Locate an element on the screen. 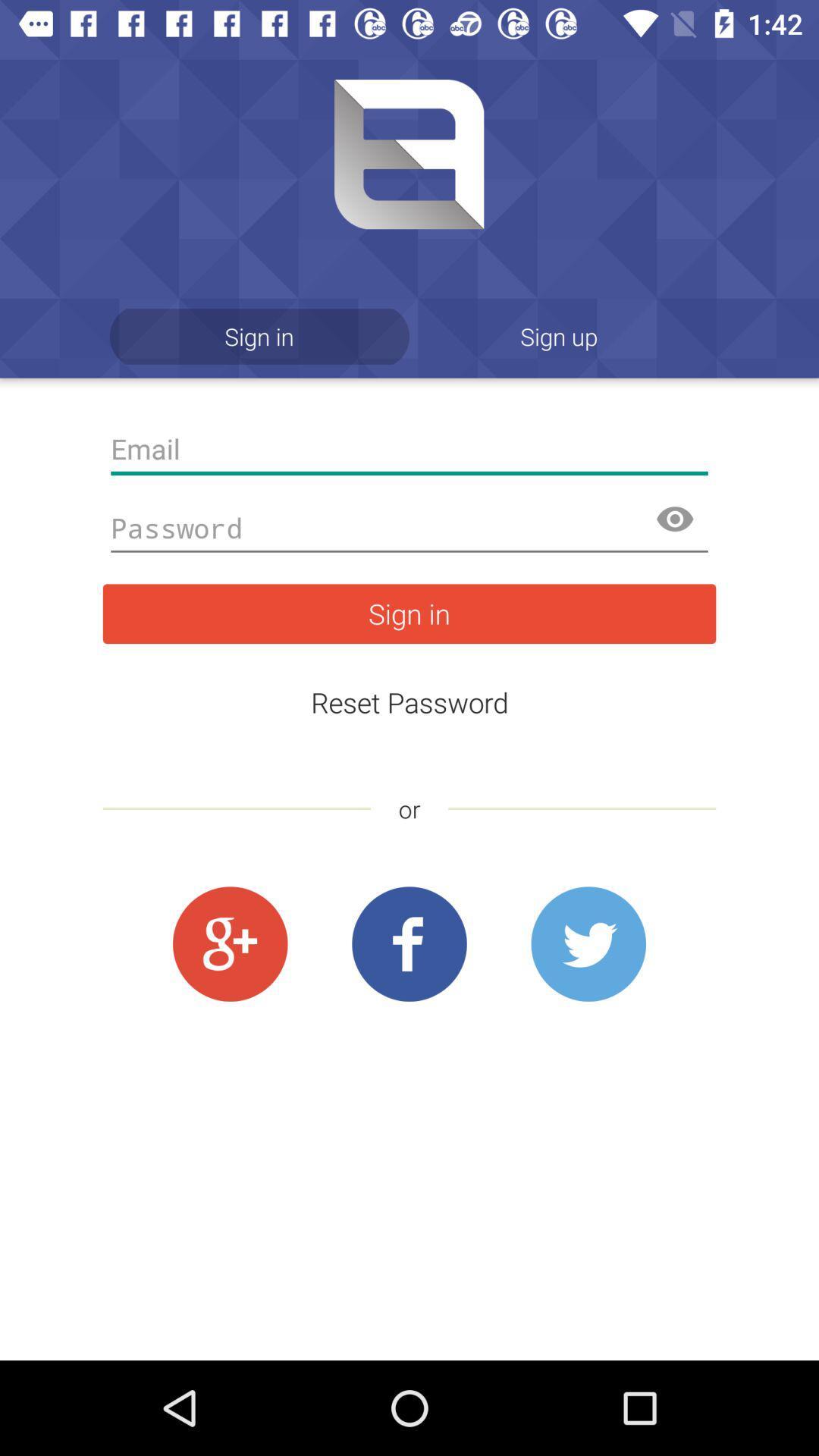 The height and width of the screenshot is (1456, 819). sign in is located at coordinates (409, 613).